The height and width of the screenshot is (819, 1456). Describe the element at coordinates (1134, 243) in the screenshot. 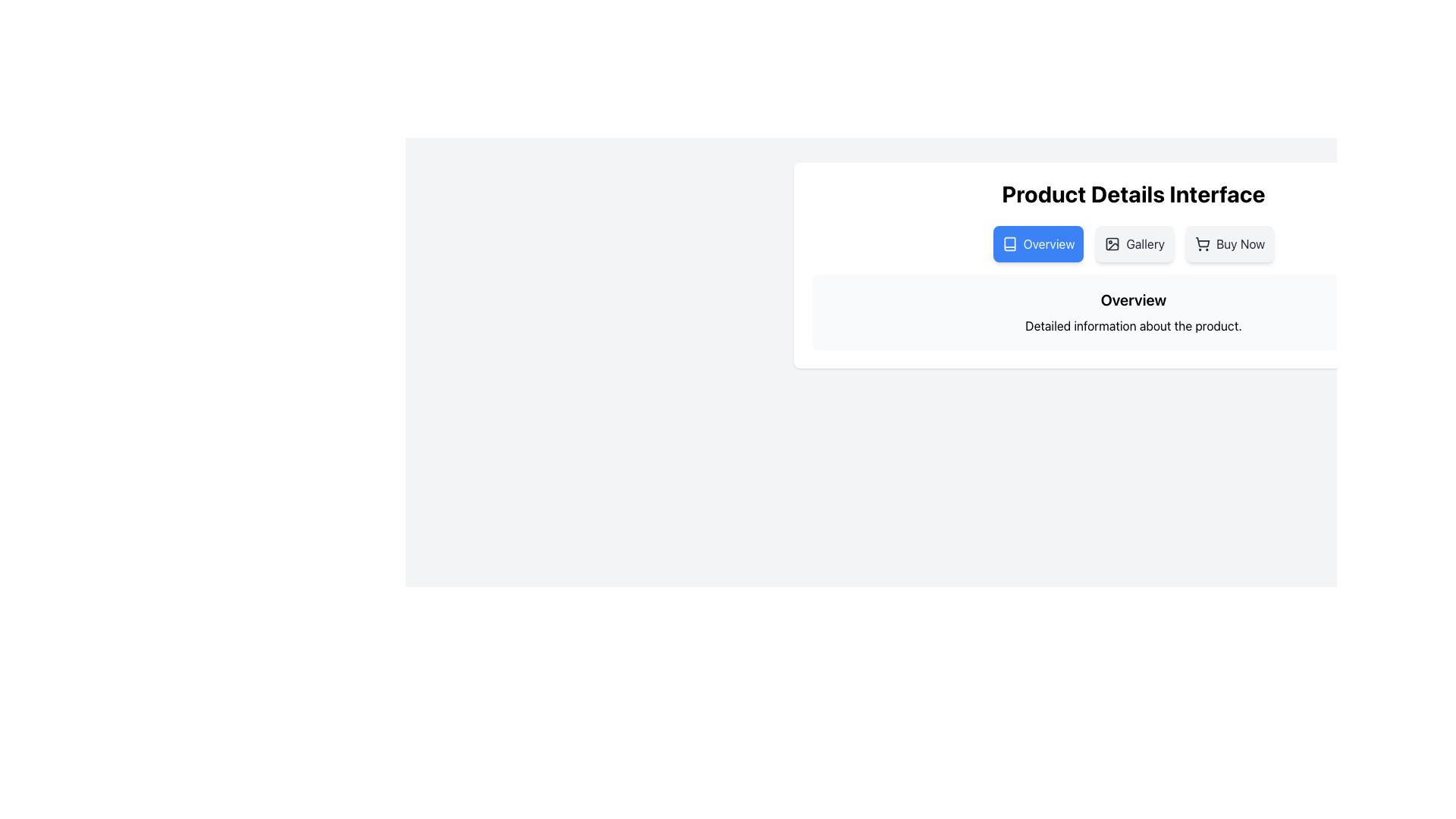

I see `the gallery navigation button located between the 'Overview' and 'Buy Now' buttons, situated below the 'Product Details Interface' heading to observe visual feedback` at that location.